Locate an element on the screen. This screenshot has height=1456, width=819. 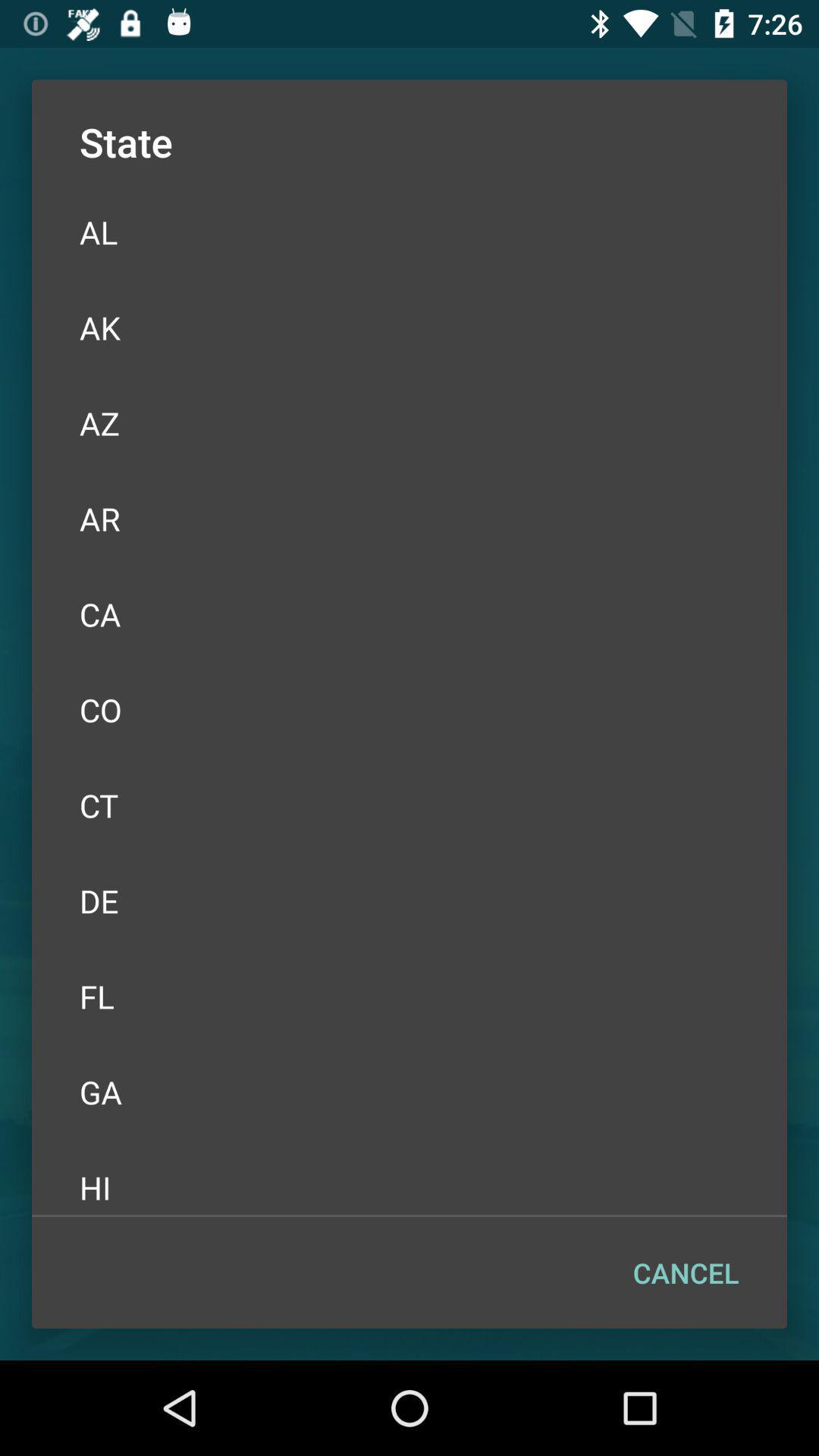
the hi is located at coordinates (409, 1178).